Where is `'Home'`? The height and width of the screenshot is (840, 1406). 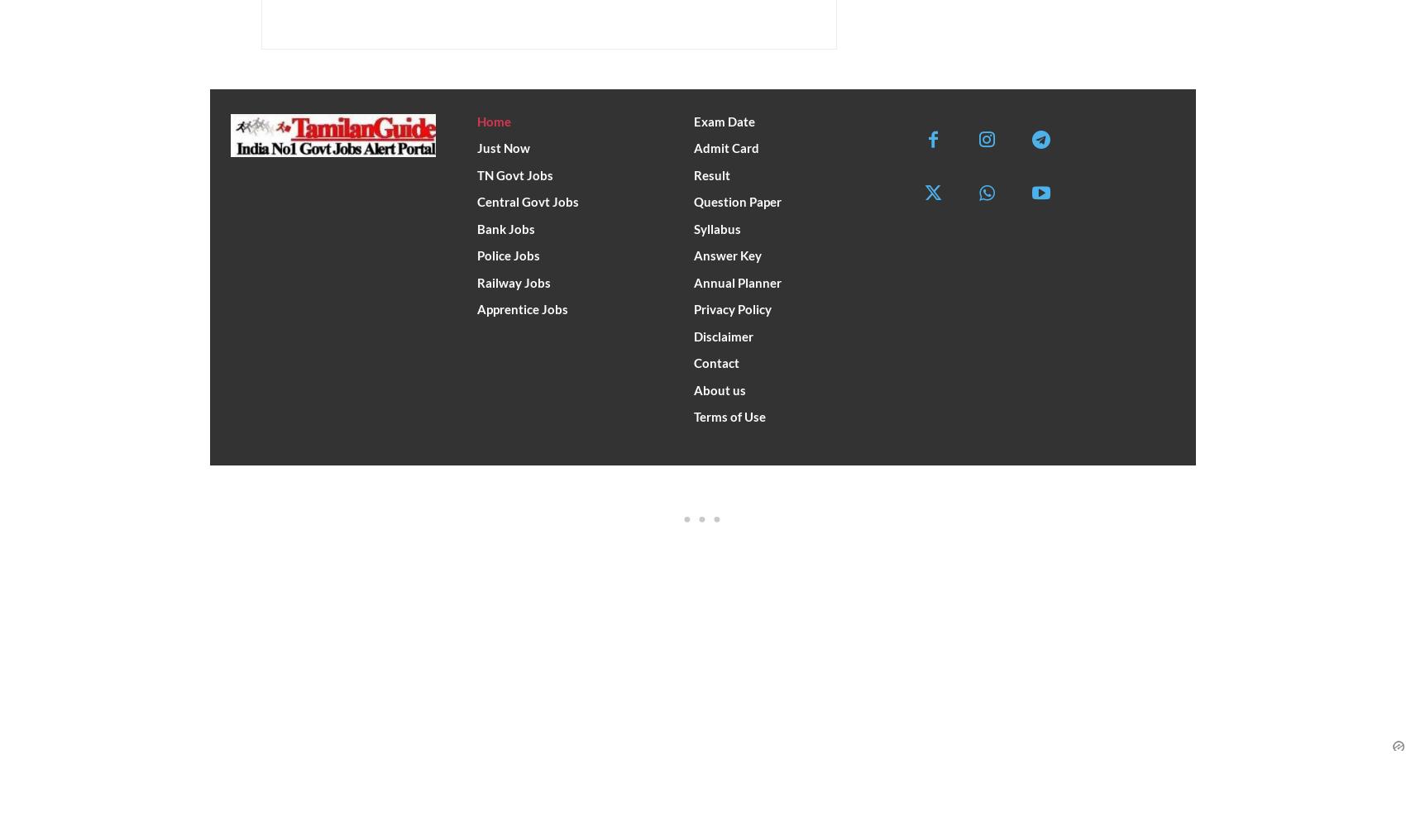 'Home' is located at coordinates (493, 119).